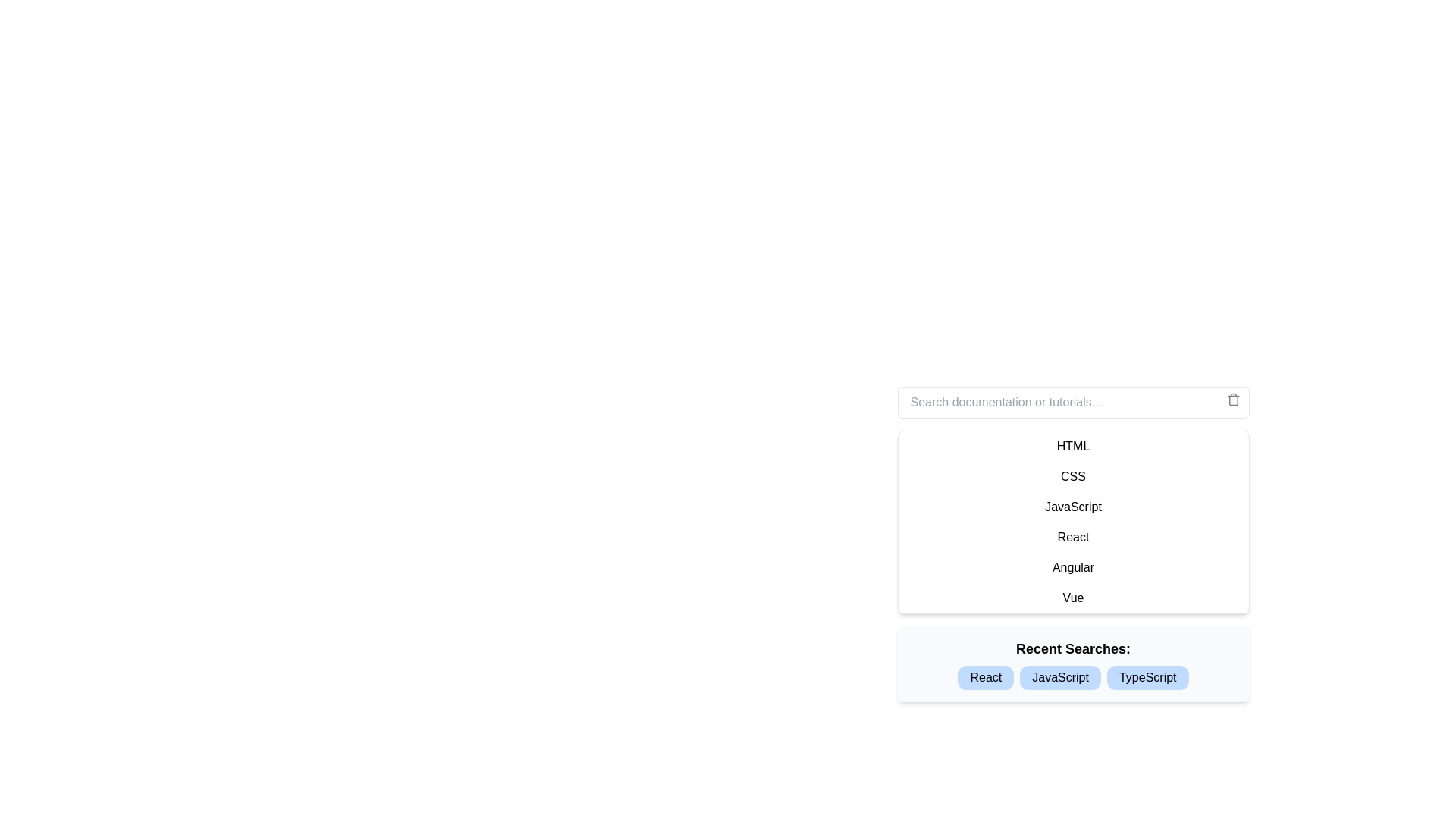 Image resolution: width=1456 pixels, height=819 pixels. Describe the element at coordinates (1072, 446) in the screenshot. I see `the first selectable item in the vertical list of programming languages (HTML)` at that location.